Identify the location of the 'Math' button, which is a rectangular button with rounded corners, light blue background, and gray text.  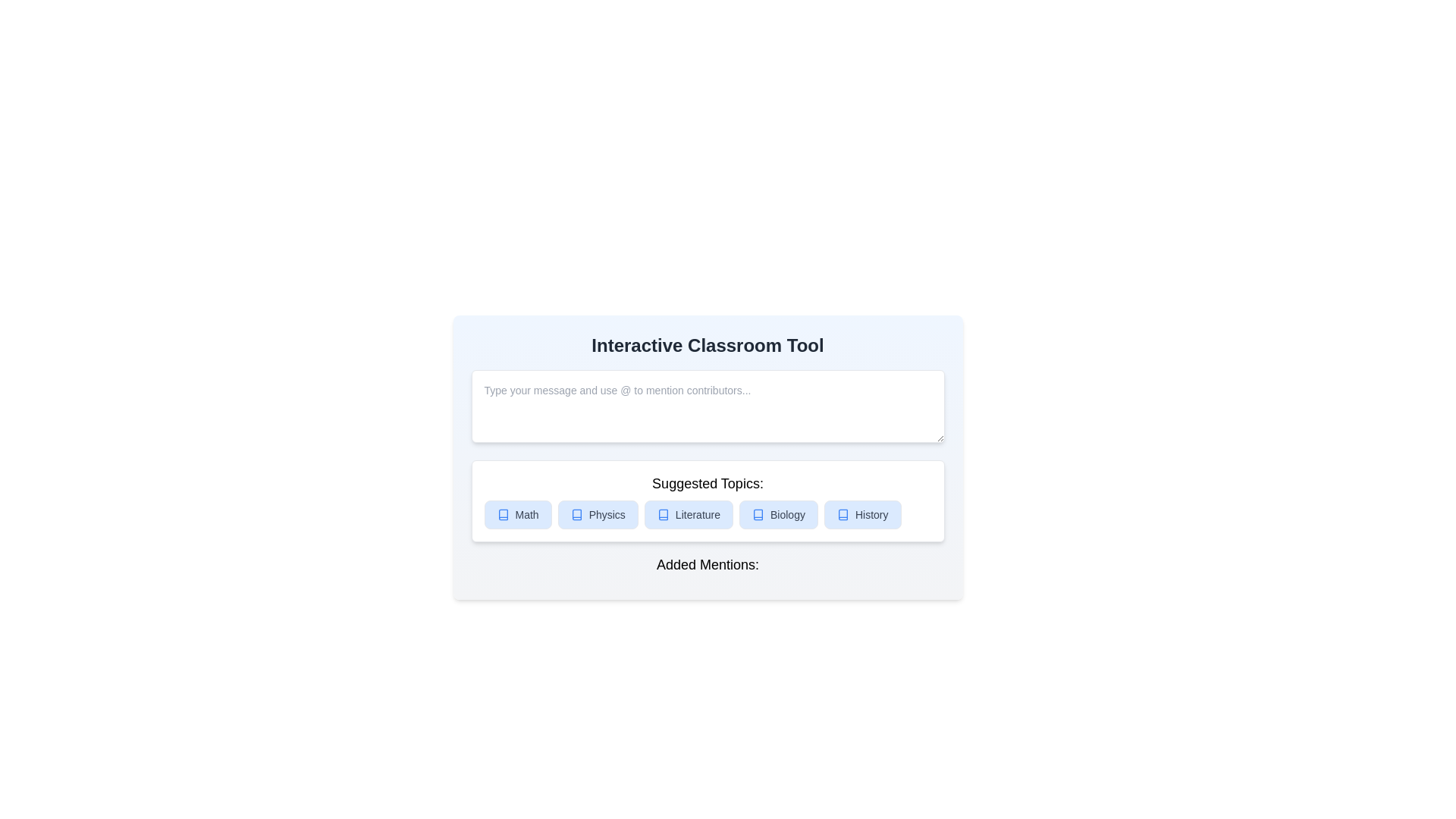
(518, 513).